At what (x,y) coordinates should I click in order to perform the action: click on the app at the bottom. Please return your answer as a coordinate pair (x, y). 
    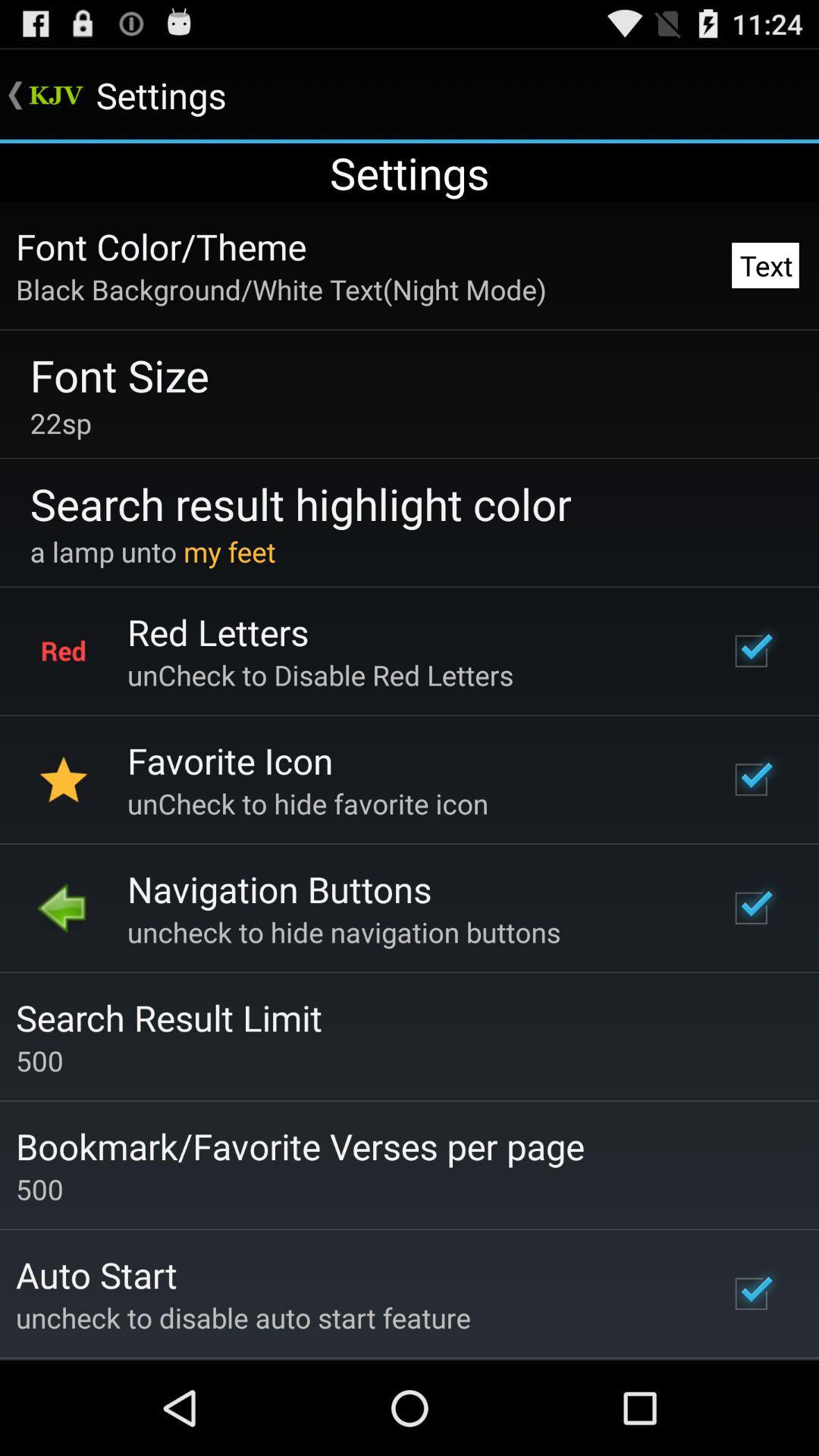
    Looking at the image, I should click on (300, 1146).